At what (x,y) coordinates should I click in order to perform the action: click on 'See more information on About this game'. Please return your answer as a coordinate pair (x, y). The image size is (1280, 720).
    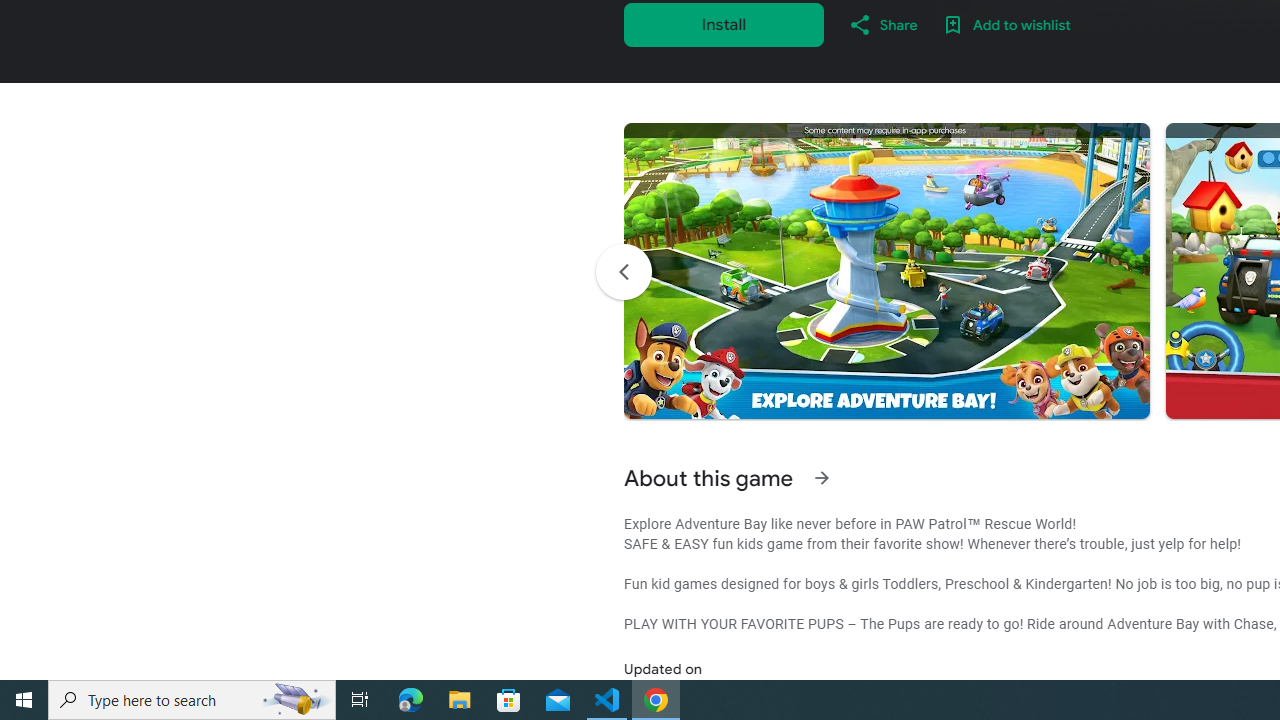
    Looking at the image, I should click on (821, 478).